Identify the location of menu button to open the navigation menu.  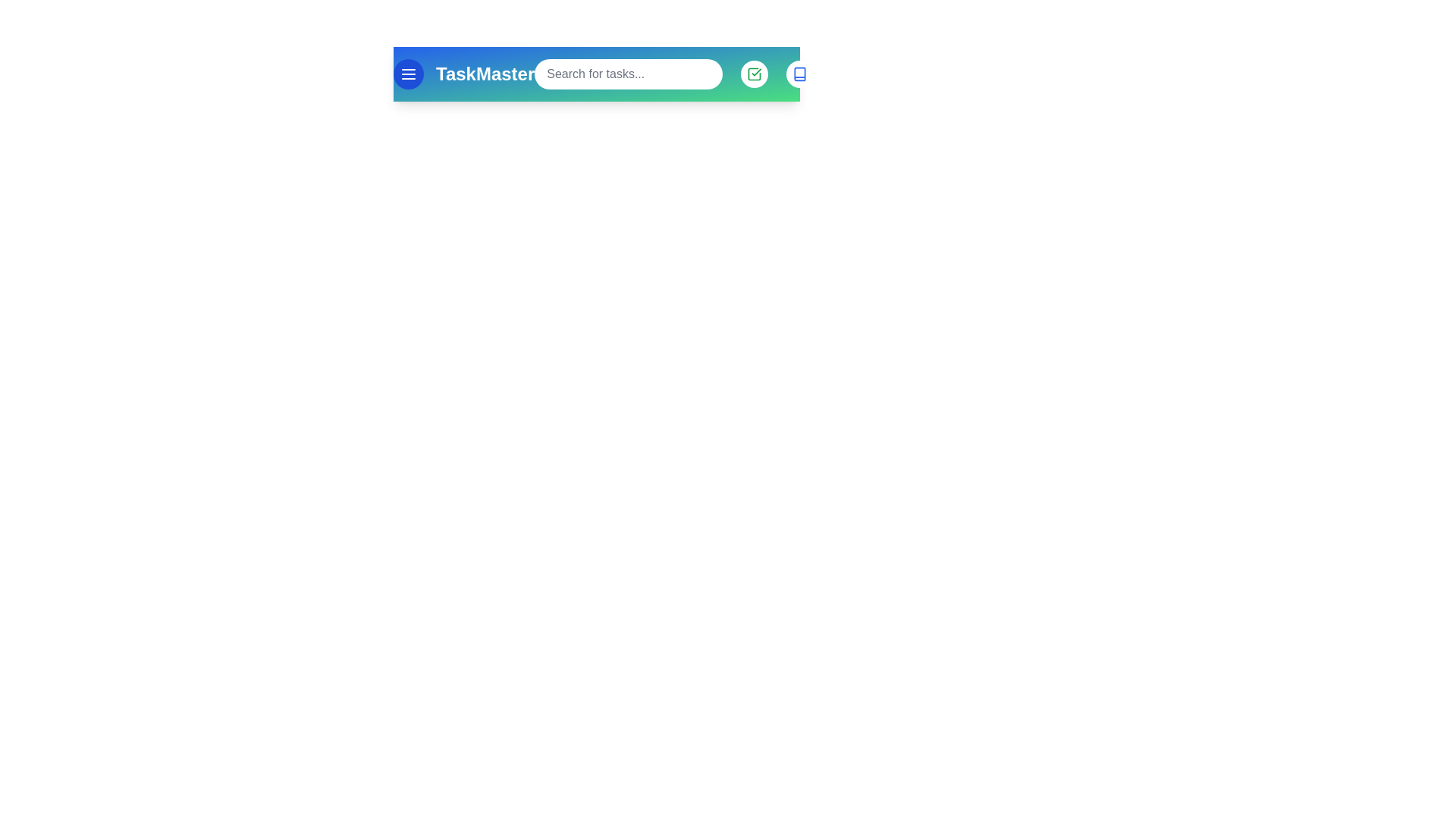
(408, 74).